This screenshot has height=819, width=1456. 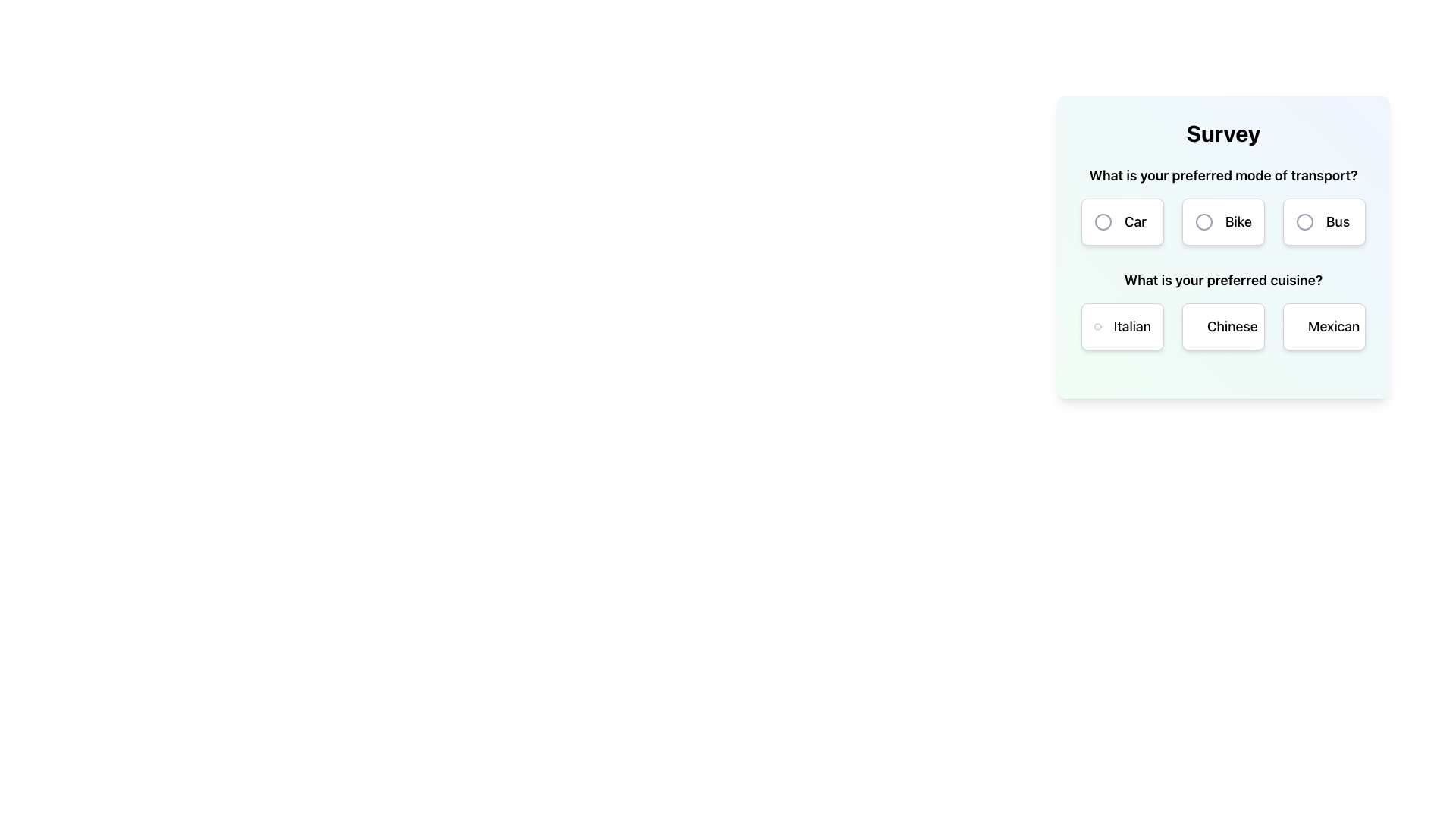 I want to click on the 'Mexican' button, which is a rectangular button with rounded corners located in the bottom section of the card titled 'What is your preferred cuisine?', so click(x=1323, y=326).